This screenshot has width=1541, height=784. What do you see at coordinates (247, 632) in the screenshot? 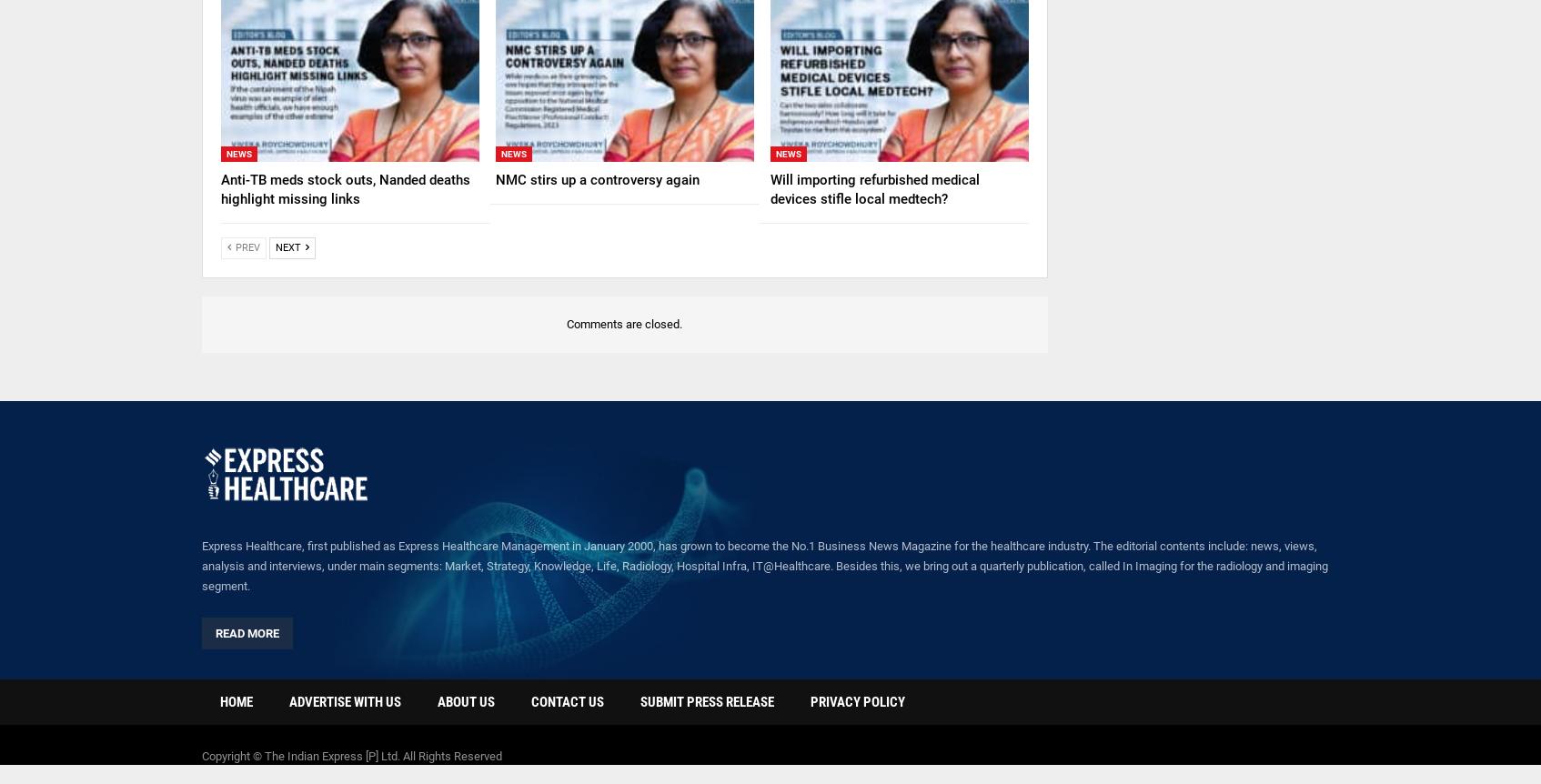
I see `'Read More'` at bounding box center [247, 632].